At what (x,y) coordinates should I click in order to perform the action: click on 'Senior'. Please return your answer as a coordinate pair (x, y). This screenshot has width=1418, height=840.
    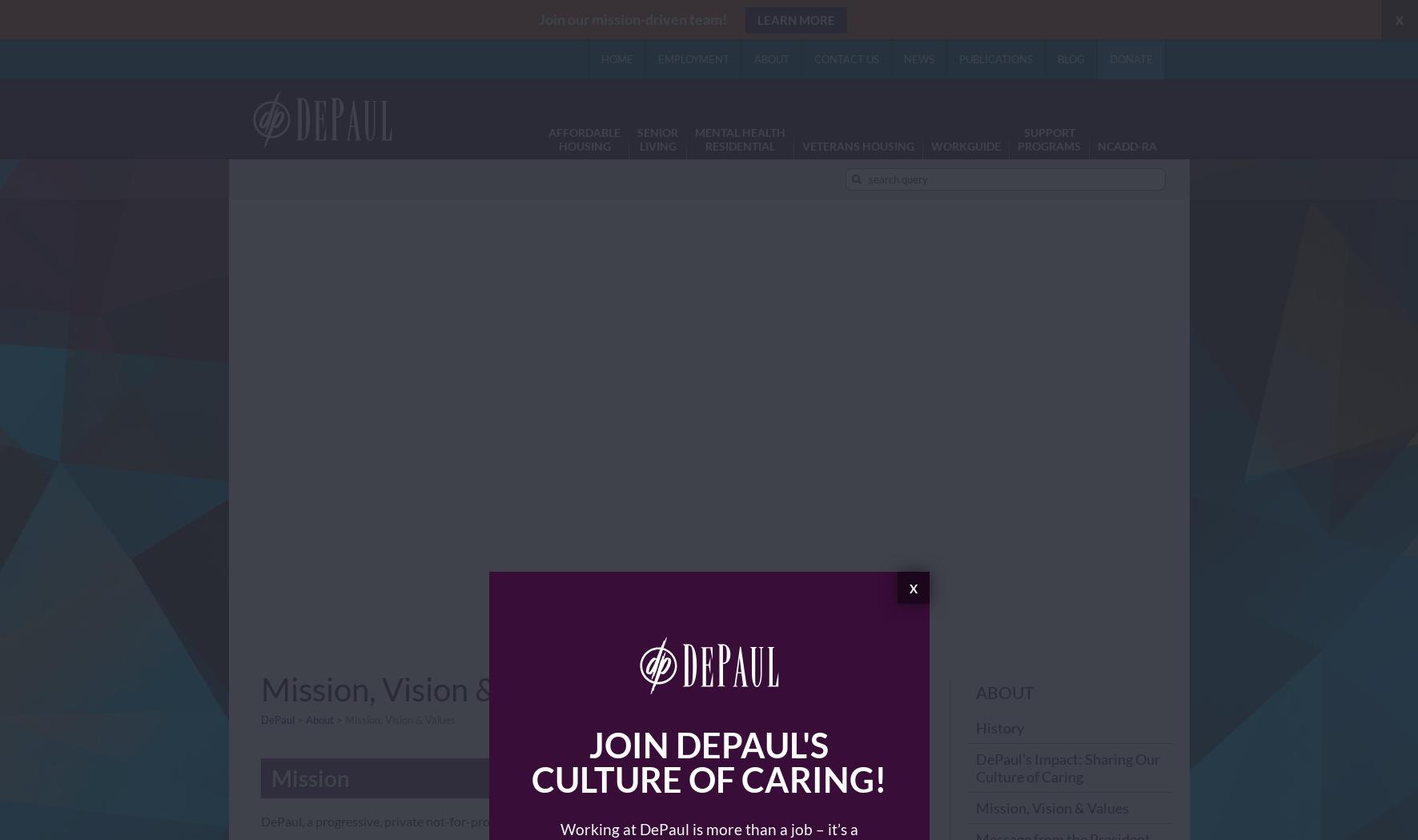
    Looking at the image, I should click on (657, 131).